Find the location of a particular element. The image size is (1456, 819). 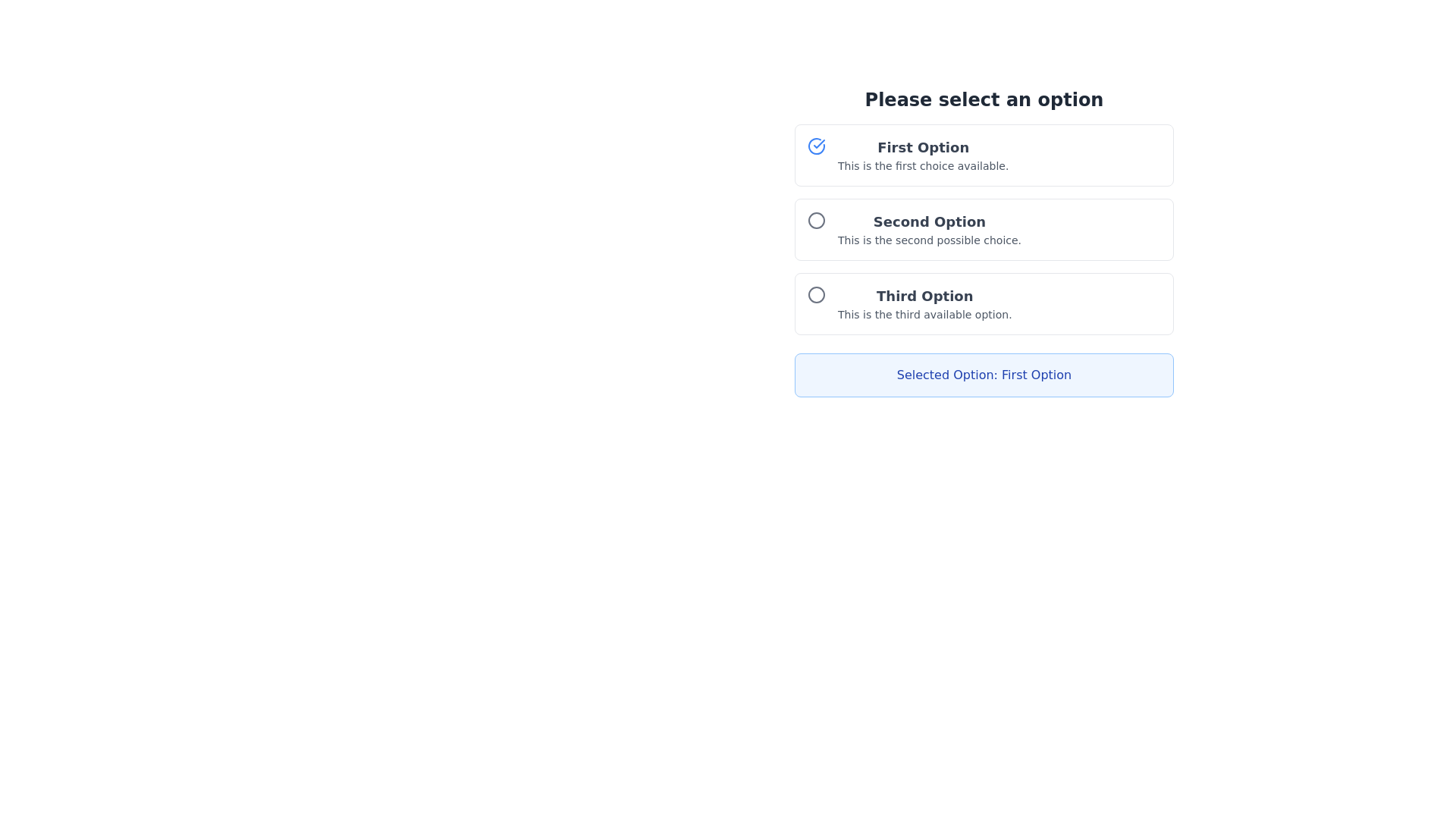

the text label that serves as a title or instruction for the user, located at the top of the vertically structured layout is located at coordinates (984, 99).